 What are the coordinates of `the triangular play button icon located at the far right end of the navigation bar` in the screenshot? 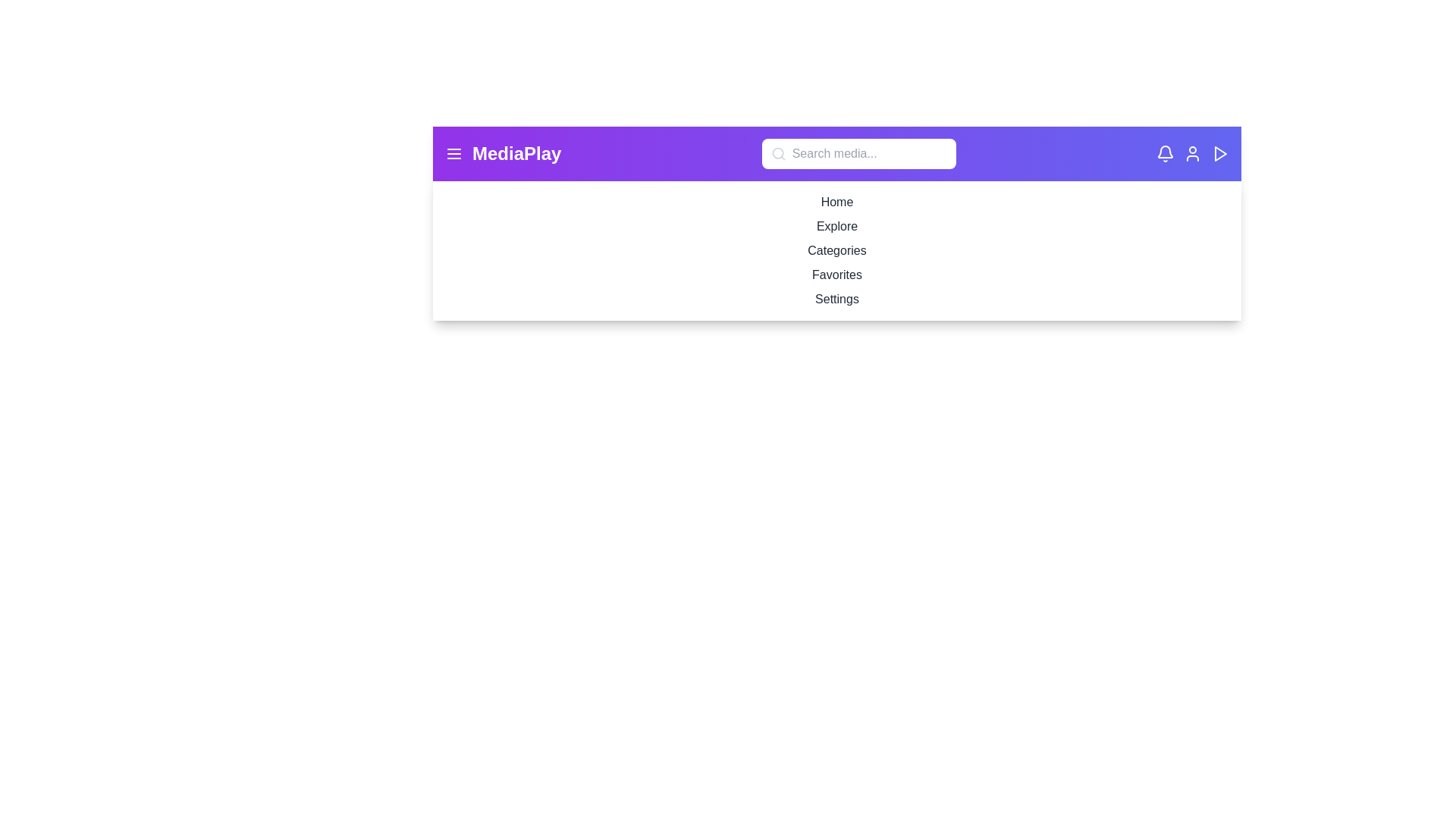 It's located at (1220, 154).